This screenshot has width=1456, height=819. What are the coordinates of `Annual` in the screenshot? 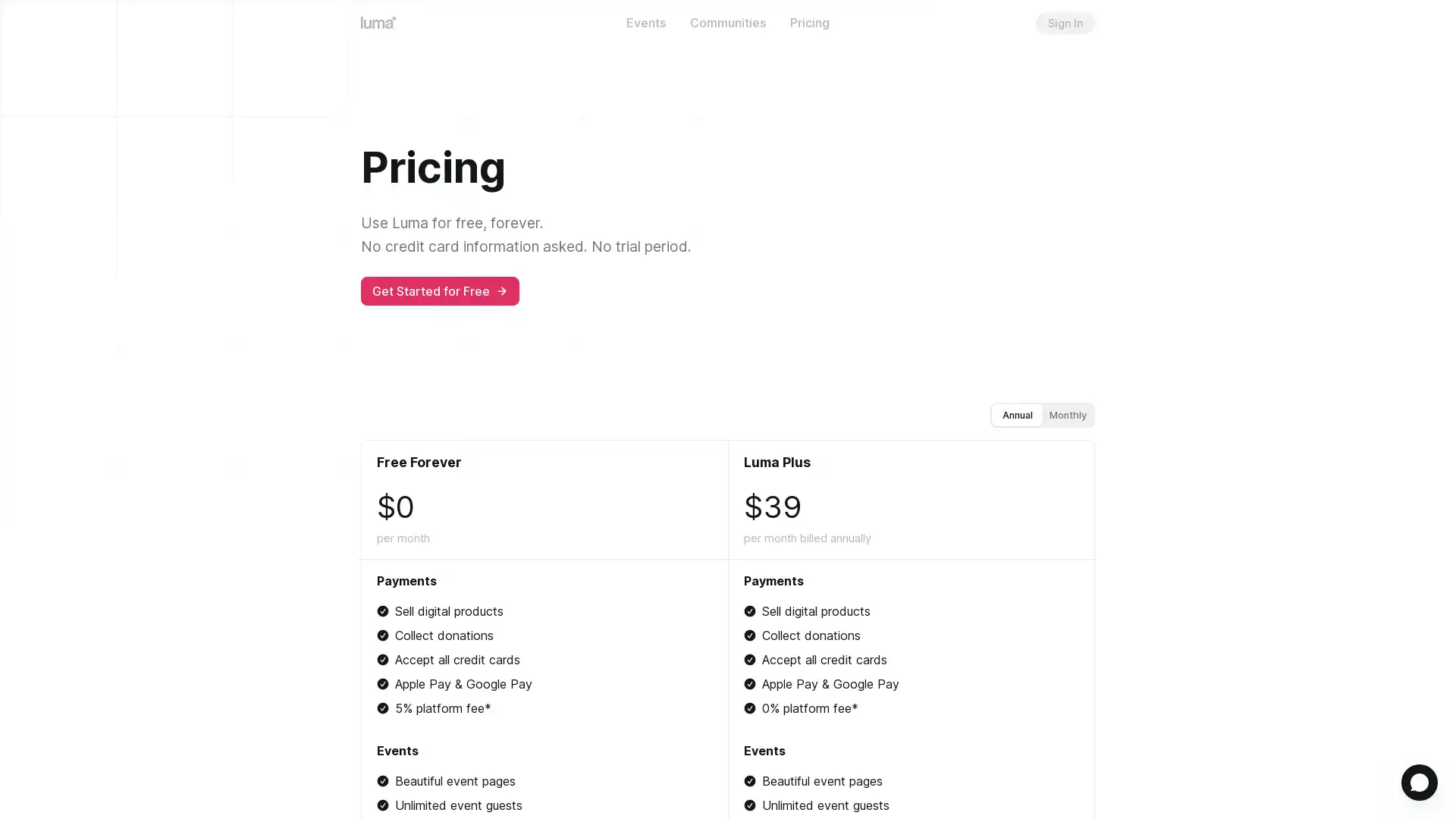 It's located at (1017, 414).